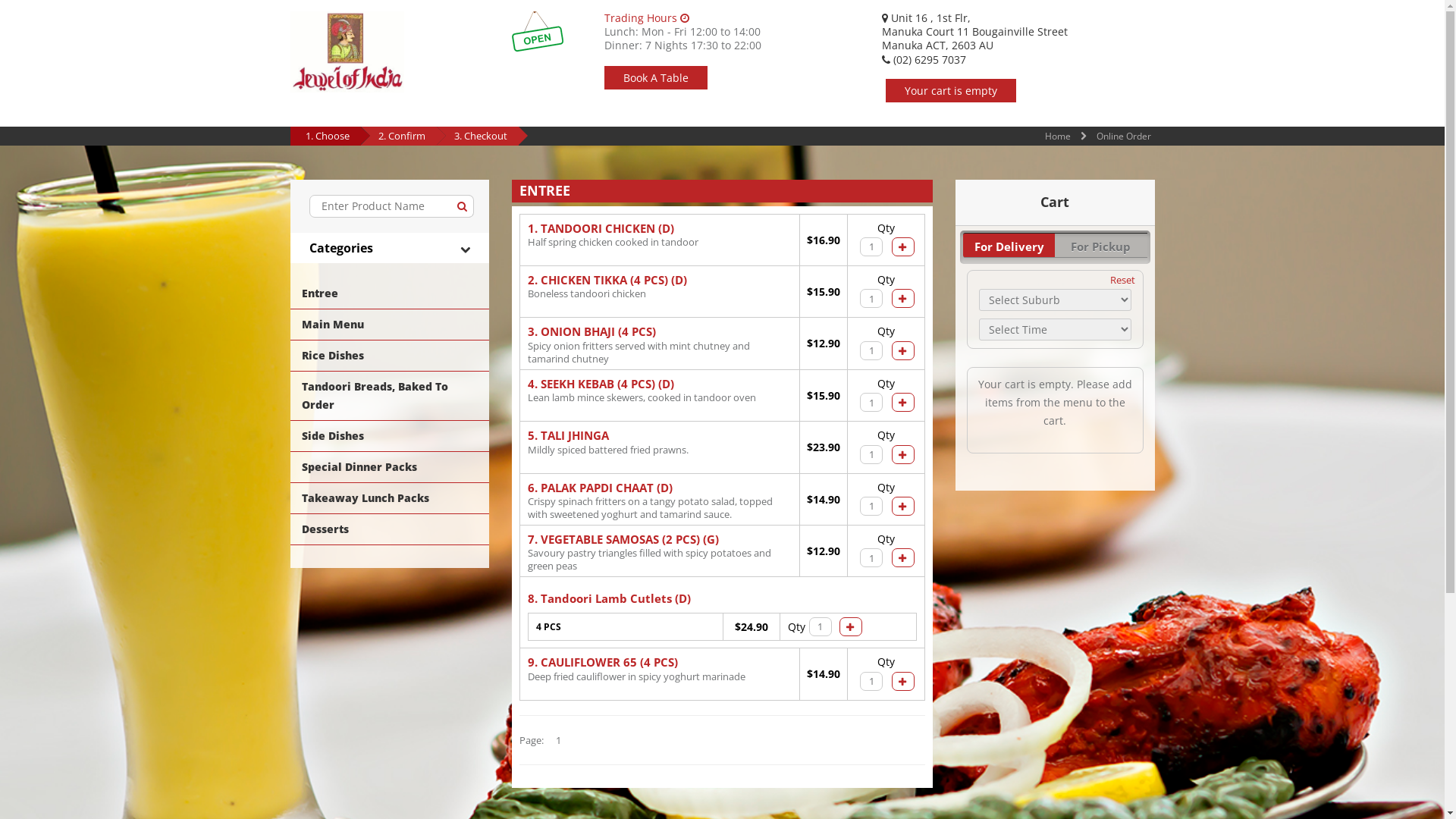  I want to click on 'Takeaway Lunch Packs', so click(290, 497).